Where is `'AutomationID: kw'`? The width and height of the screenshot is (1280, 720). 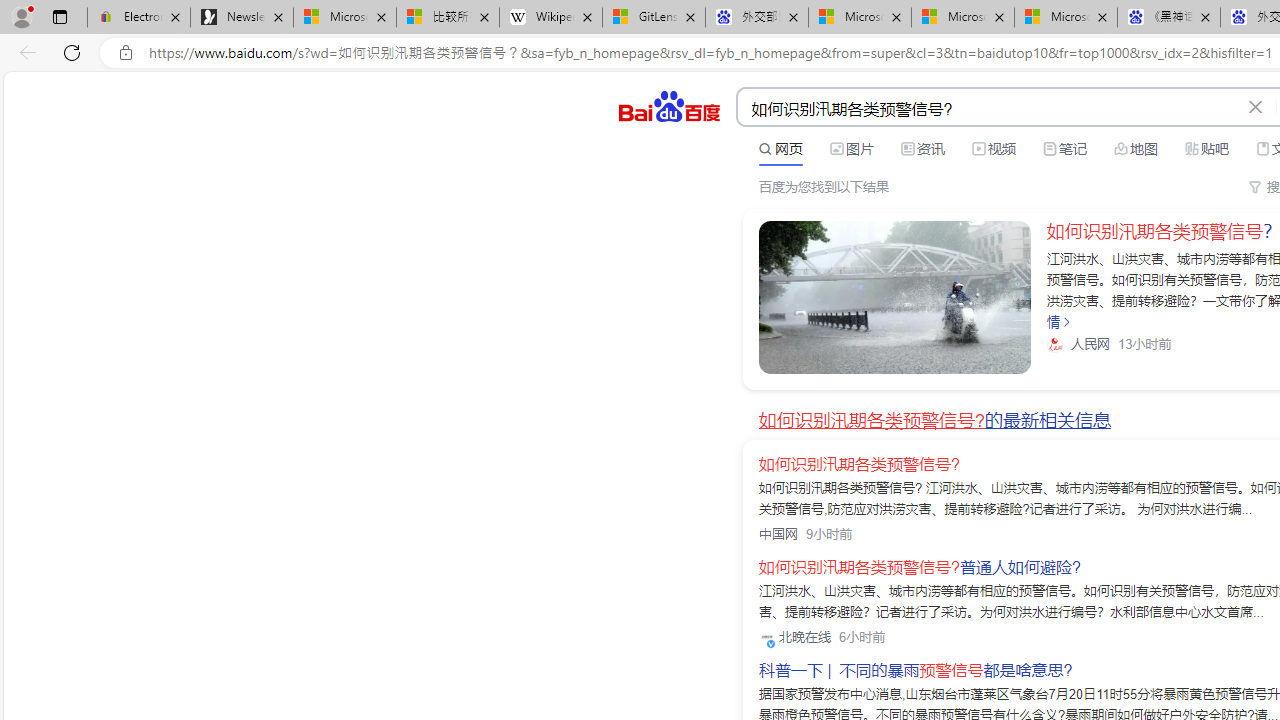 'AutomationID: kw' is located at coordinates (989, 108).